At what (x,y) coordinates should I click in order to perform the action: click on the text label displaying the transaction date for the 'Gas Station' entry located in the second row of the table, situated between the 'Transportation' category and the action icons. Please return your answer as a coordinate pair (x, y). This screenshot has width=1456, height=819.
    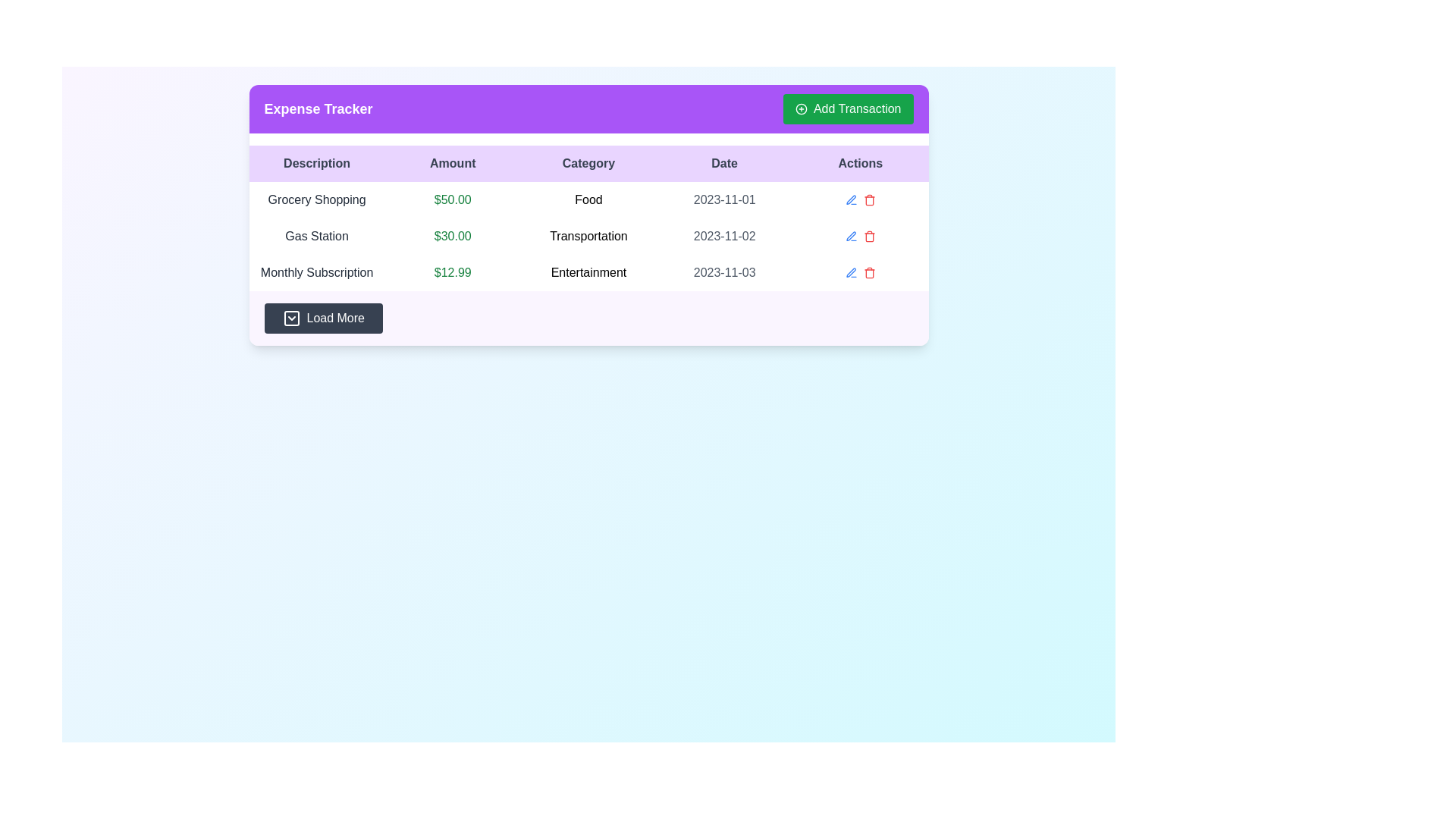
    Looking at the image, I should click on (723, 237).